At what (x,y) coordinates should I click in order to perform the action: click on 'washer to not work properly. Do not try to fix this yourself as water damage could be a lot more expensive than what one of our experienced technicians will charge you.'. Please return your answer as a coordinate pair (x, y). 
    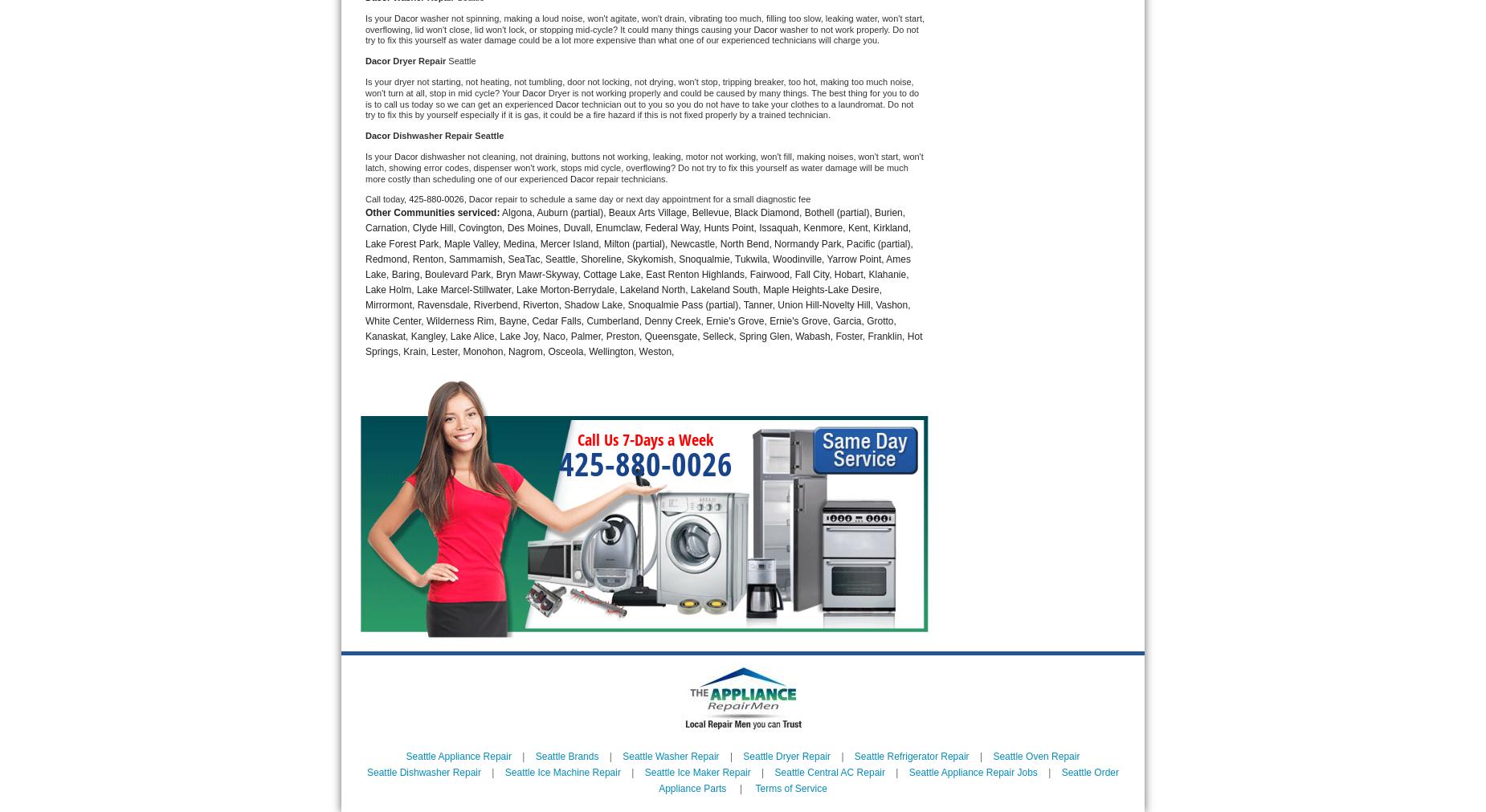
    Looking at the image, I should click on (643, 33).